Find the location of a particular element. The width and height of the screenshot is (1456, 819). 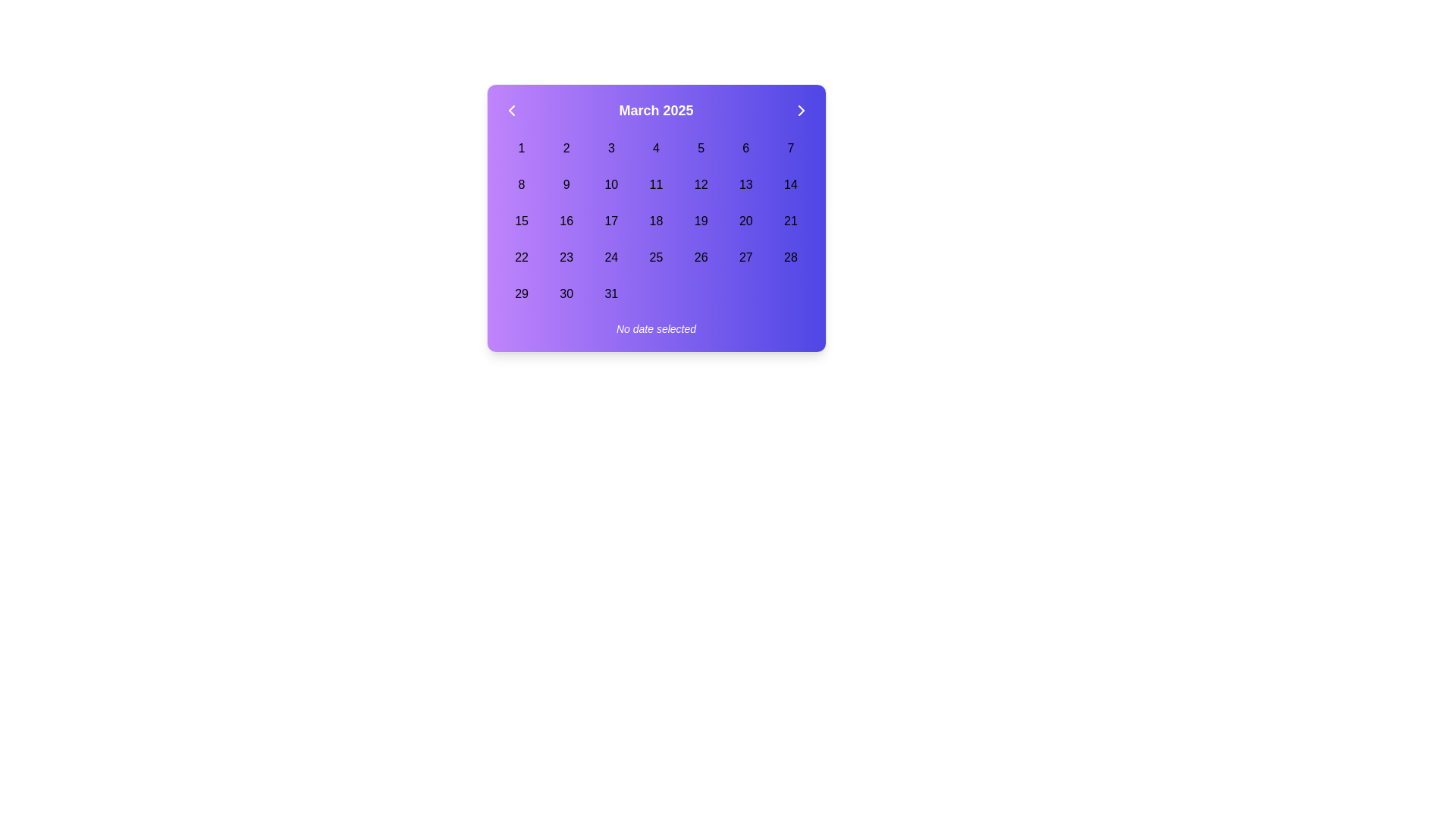

the date selection button for the date '16' in the calendar grid is located at coordinates (566, 221).